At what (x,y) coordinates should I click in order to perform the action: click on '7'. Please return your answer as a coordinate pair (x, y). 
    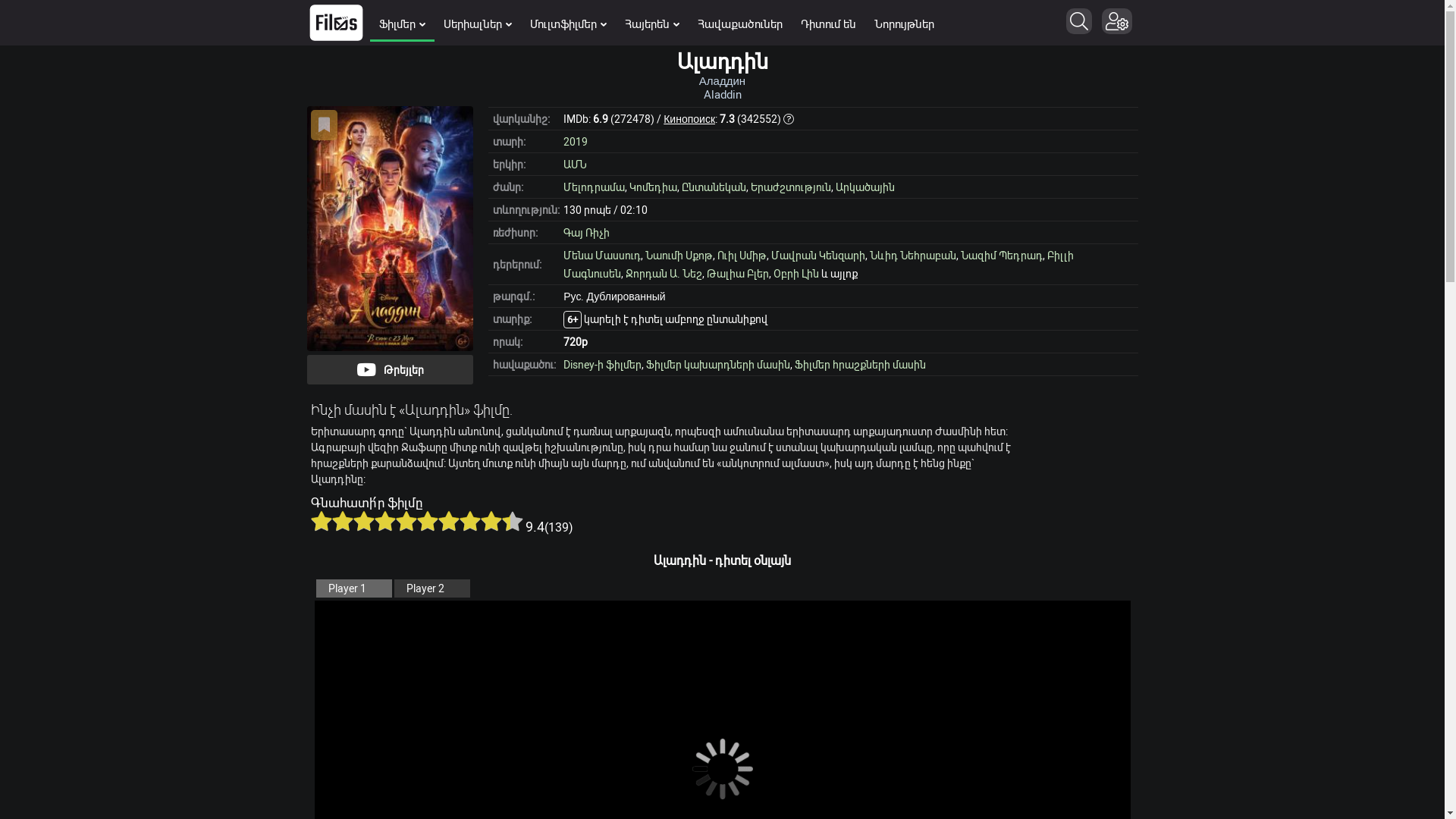
    Looking at the image, I should click on (447, 519).